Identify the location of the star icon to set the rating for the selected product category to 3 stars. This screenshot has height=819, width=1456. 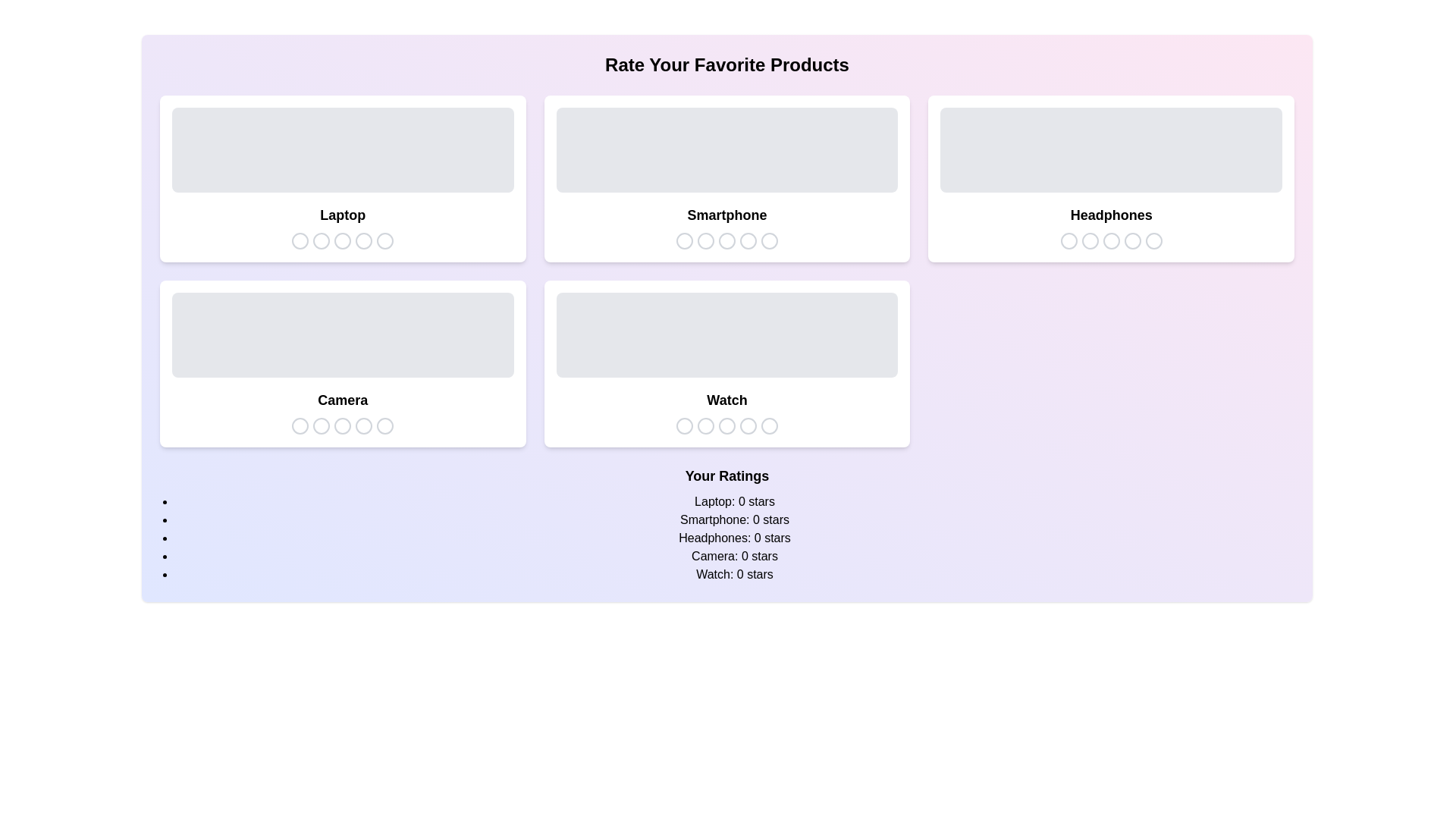
(342, 240).